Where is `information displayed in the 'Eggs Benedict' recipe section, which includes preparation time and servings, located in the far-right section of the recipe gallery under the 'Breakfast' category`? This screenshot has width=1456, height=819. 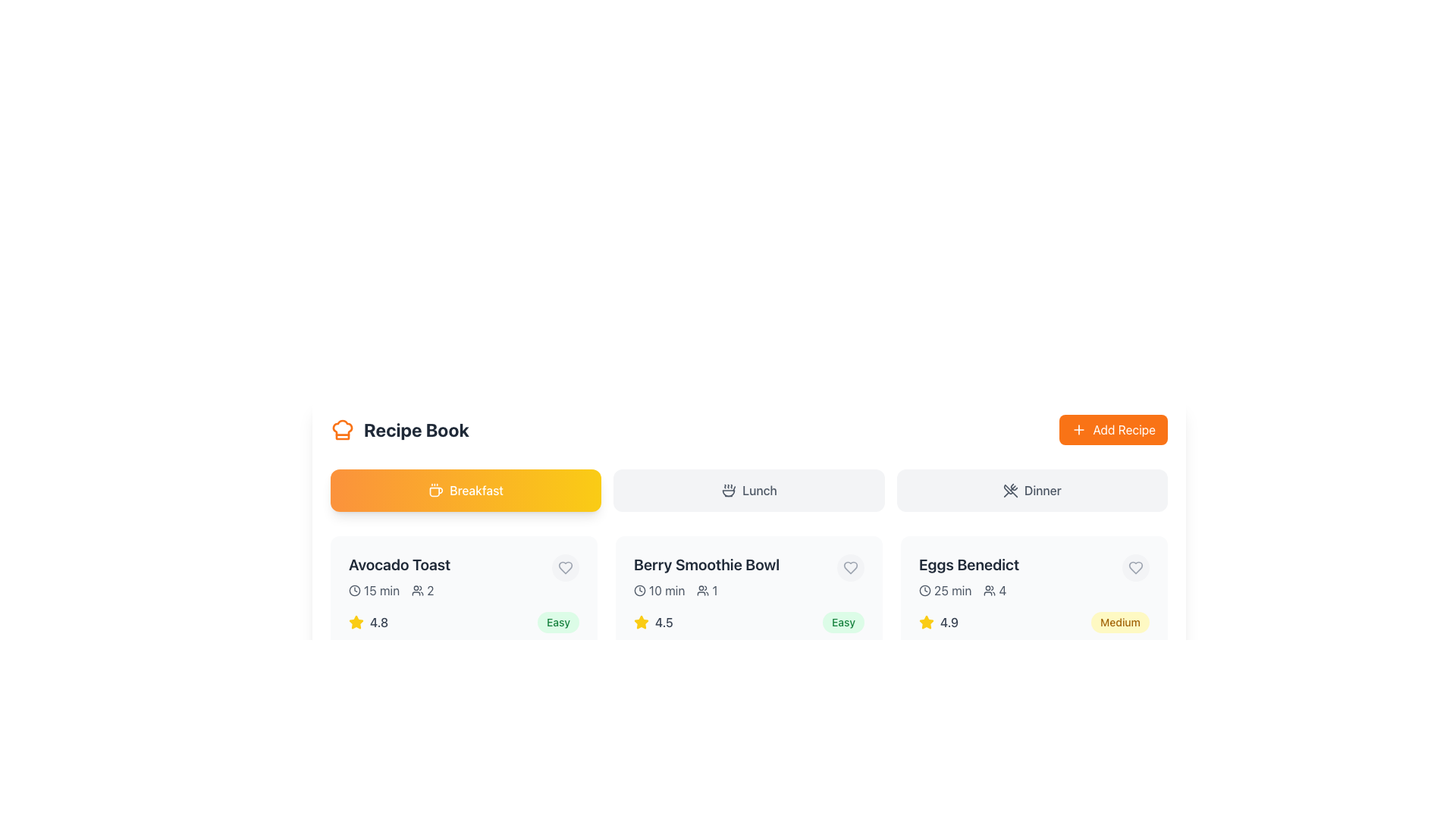 information displayed in the 'Eggs Benedict' recipe section, which includes preparation time and servings, located in the far-right section of the recipe gallery under the 'Breakfast' category is located at coordinates (968, 576).